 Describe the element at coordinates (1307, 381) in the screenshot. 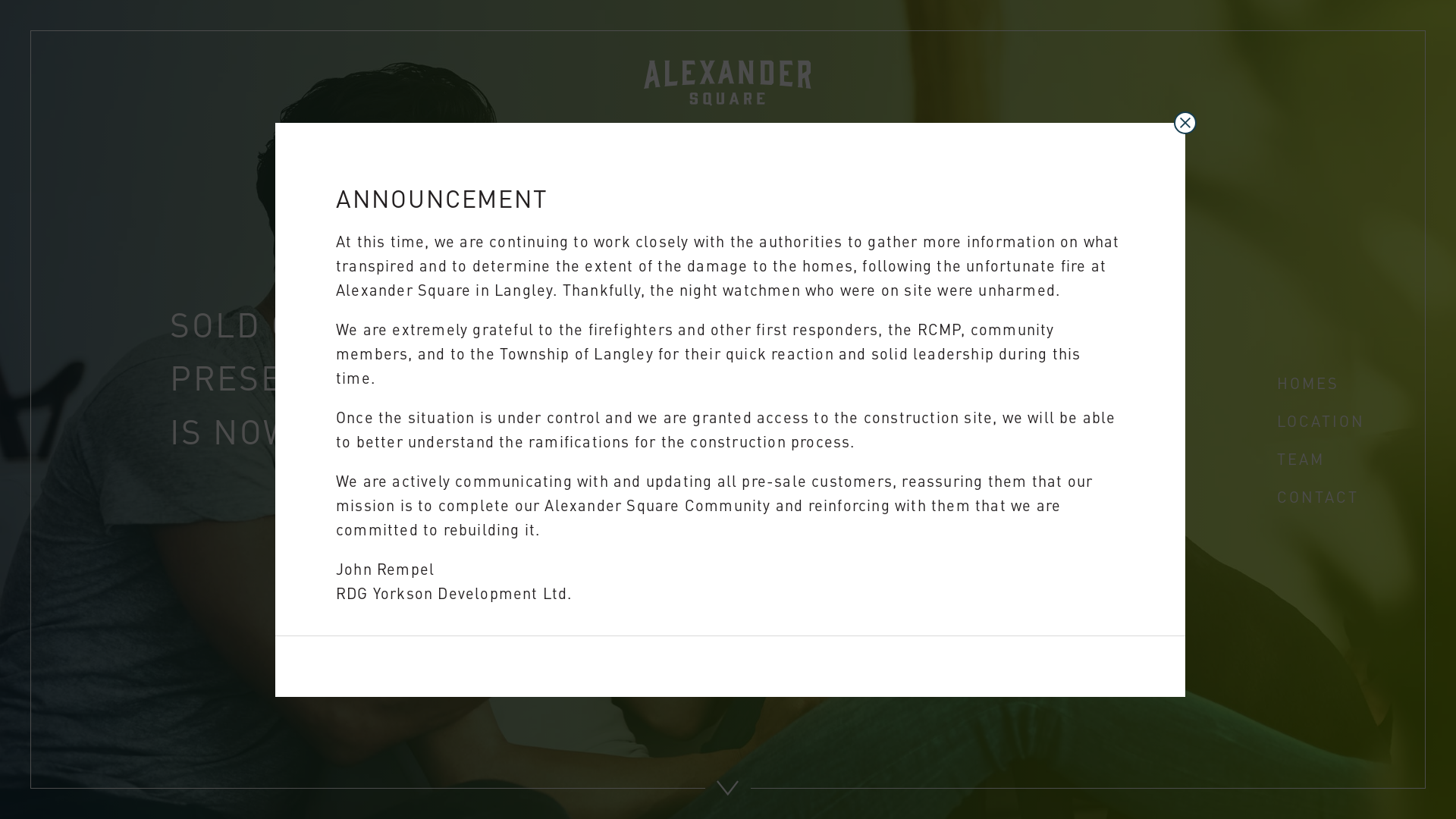

I see `'HOMES'` at that location.